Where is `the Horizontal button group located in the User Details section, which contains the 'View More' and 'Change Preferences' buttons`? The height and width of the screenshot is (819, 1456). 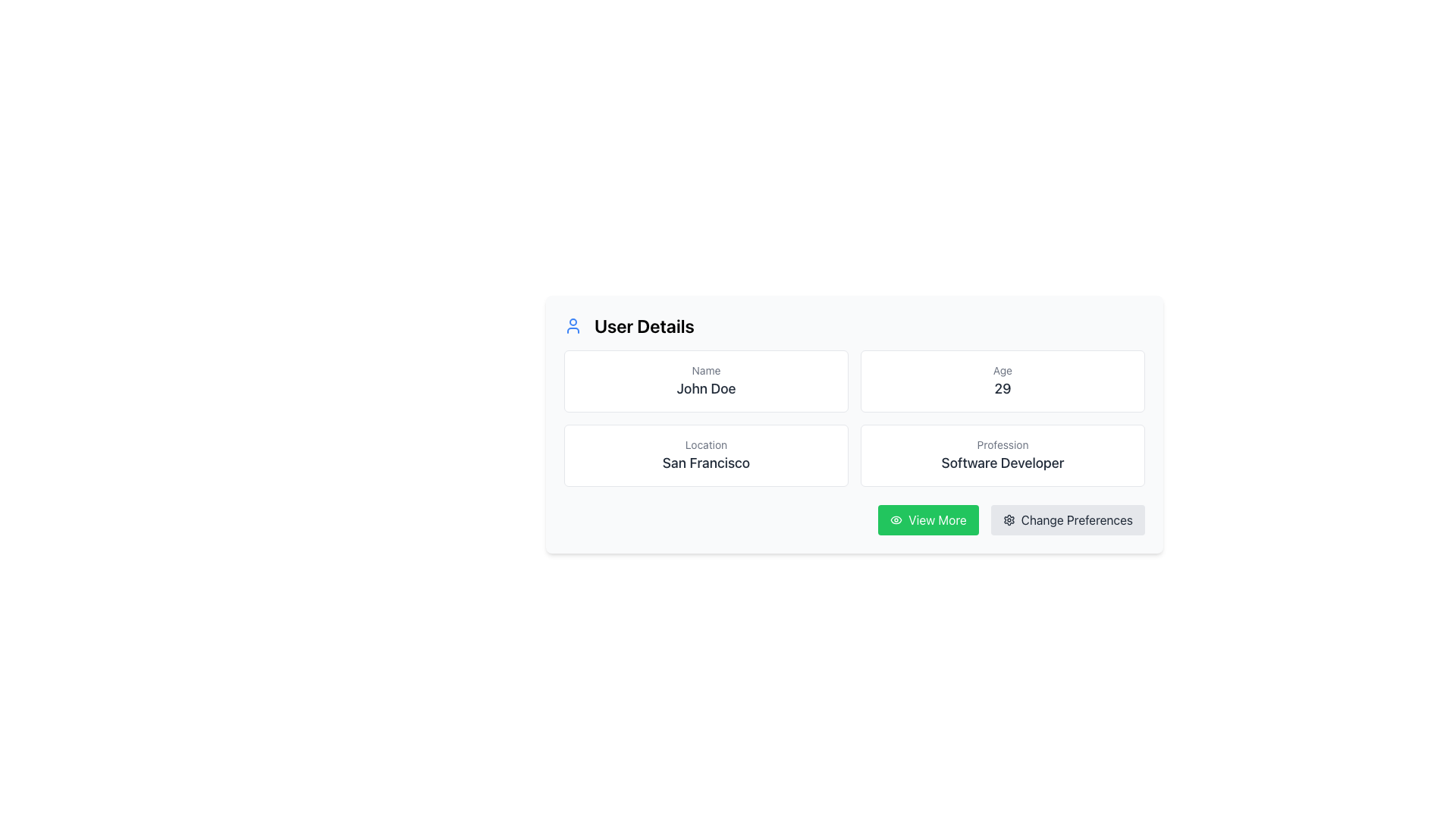
the Horizontal button group located in the User Details section, which contains the 'View More' and 'Change Preferences' buttons is located at coordinates (855, 519).